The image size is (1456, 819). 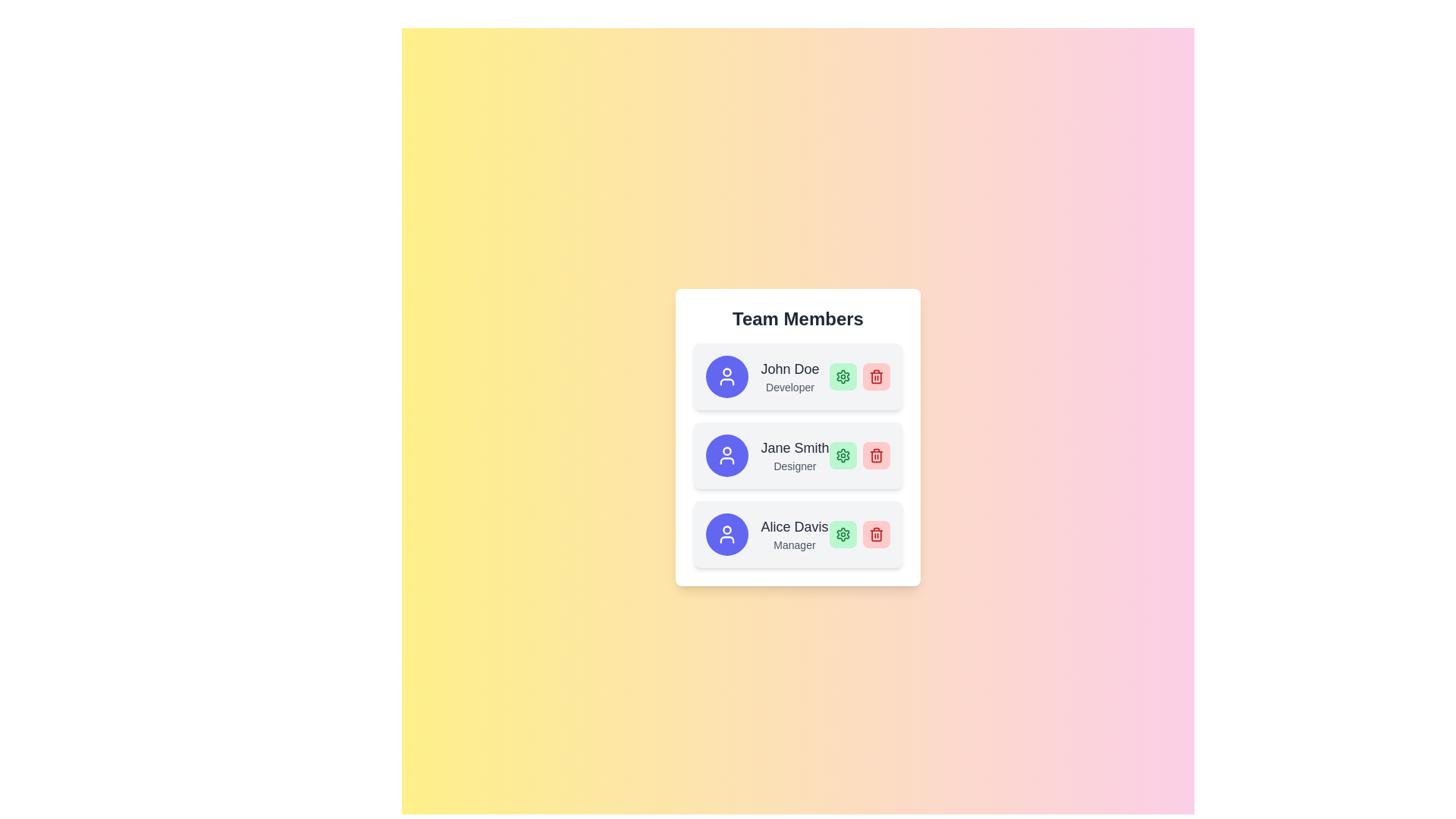 I want to click on the text label displaying 'Designer' in gray color, located below 'Jane Smith' in the 'Team Members' section, so click(x=794, y=465).